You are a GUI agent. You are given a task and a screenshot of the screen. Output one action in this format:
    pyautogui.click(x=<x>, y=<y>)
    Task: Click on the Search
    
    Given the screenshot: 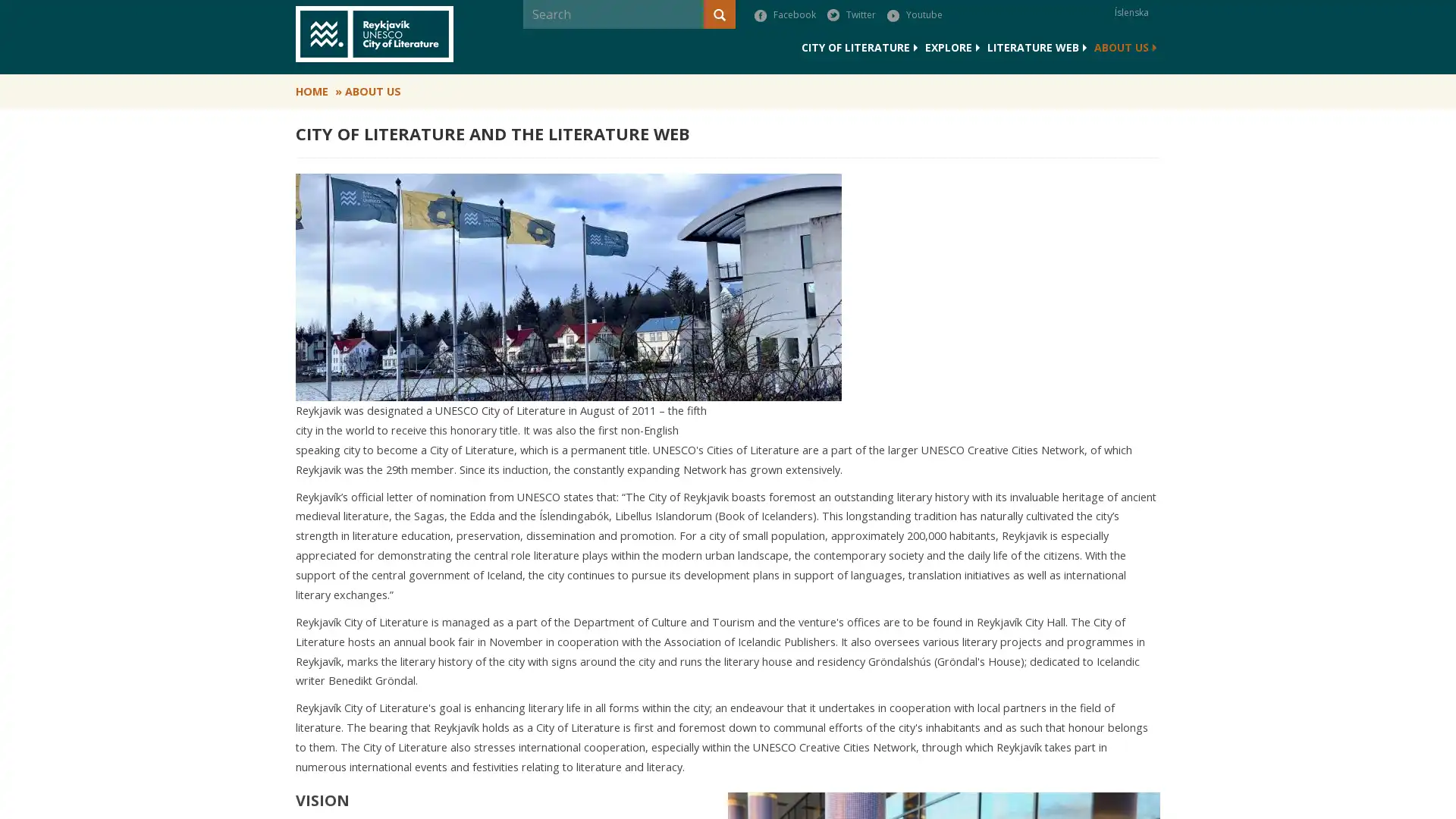 What is the action you would take?
    pyautogui.click(x=524, y=42)
    